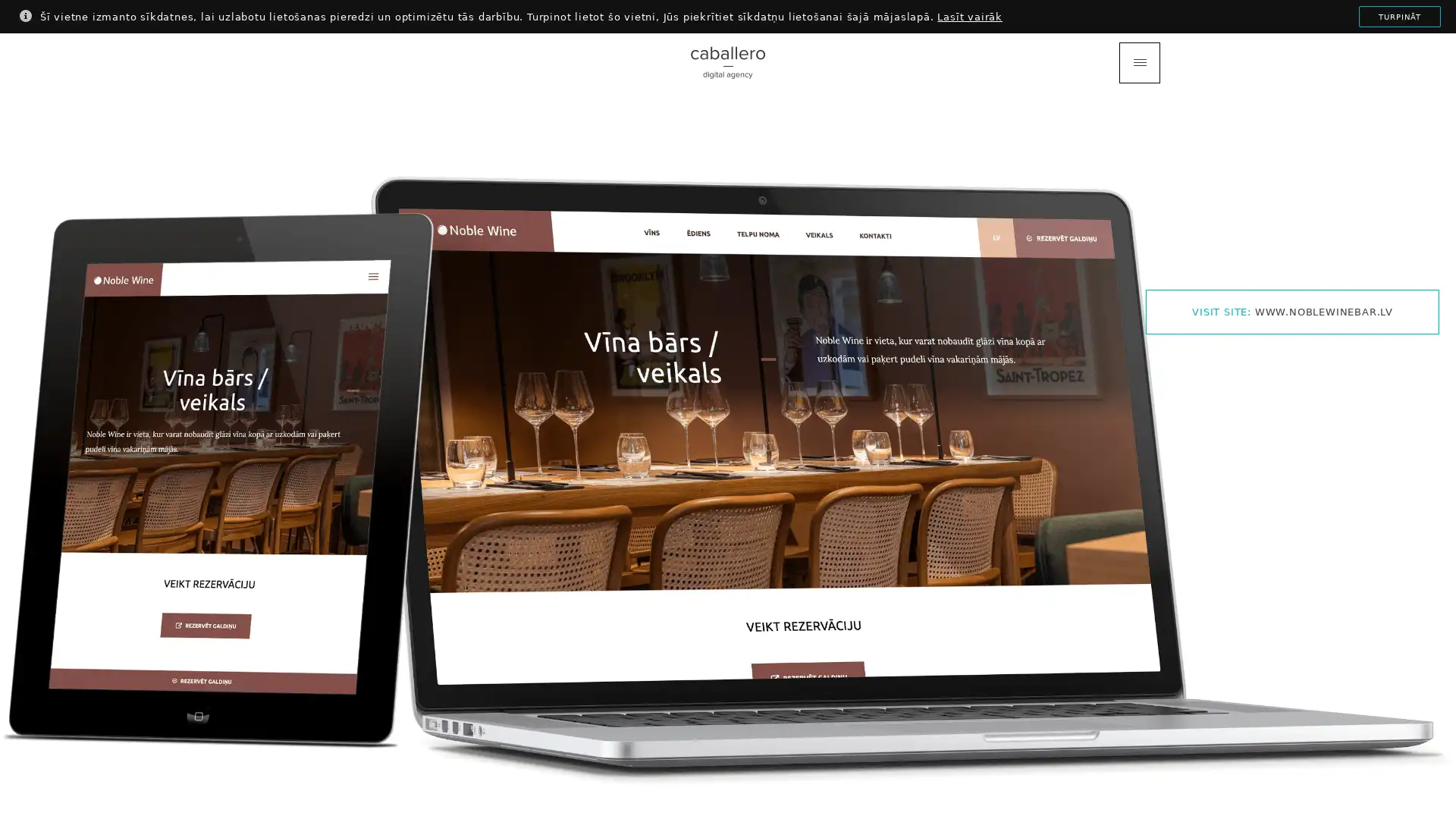  Describe the element at coordinates (1399, 17) in the screenshot. I see `TURPINAT` at that location.